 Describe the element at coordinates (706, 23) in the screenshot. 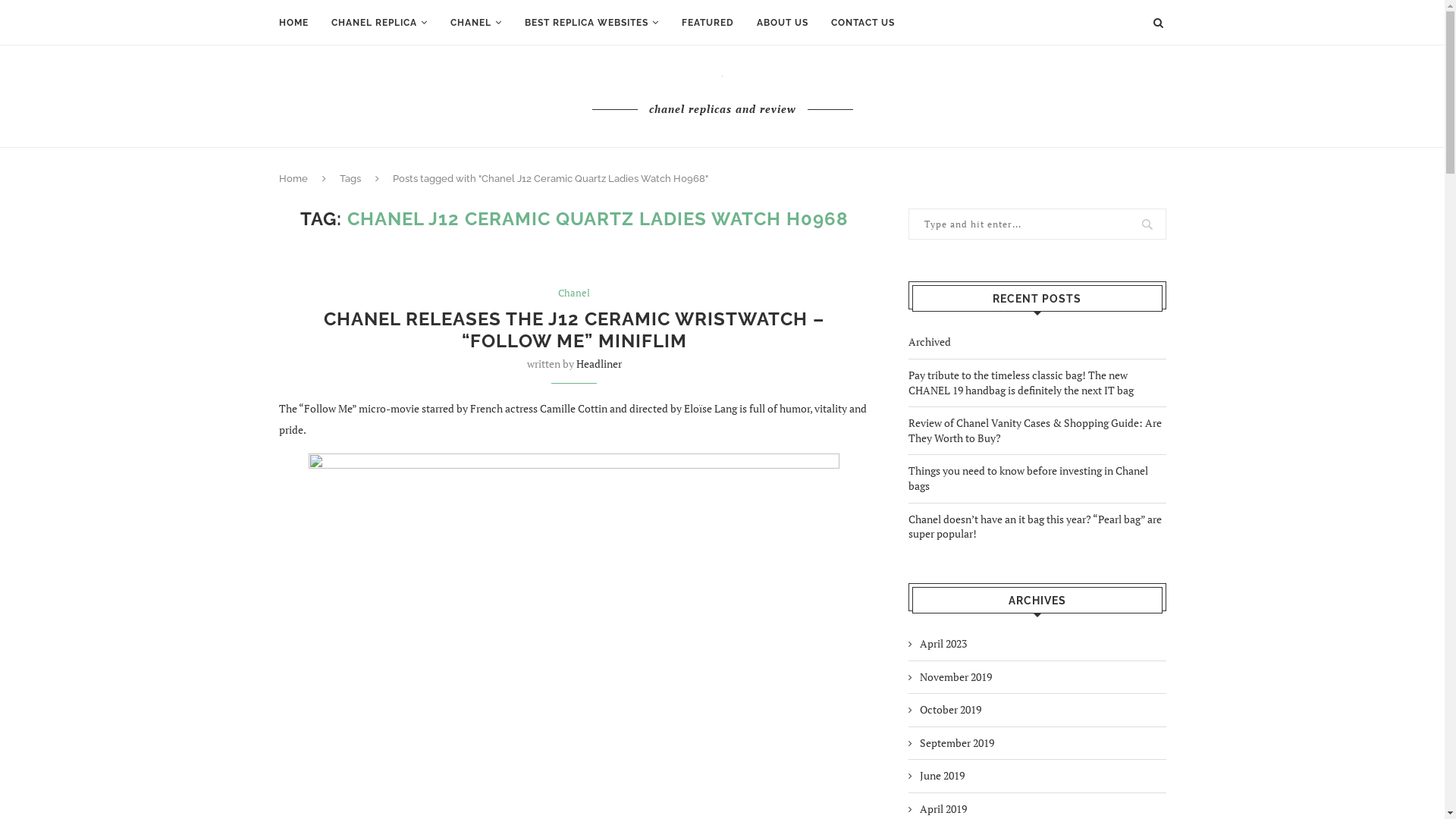

I see `'FEATURED'` at that location.